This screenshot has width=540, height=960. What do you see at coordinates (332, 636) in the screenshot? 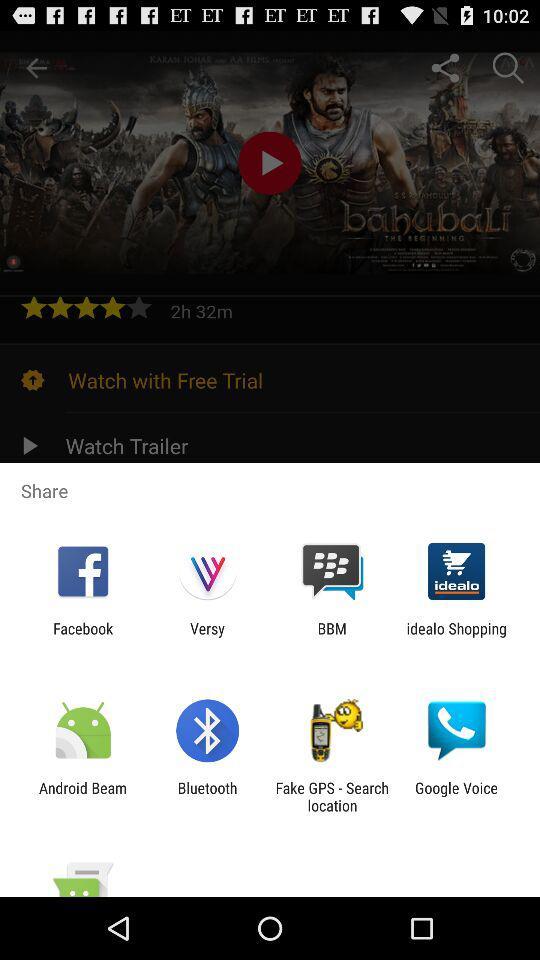
I see `item next to idealo shopping icon` at bounding box center [332, 636].